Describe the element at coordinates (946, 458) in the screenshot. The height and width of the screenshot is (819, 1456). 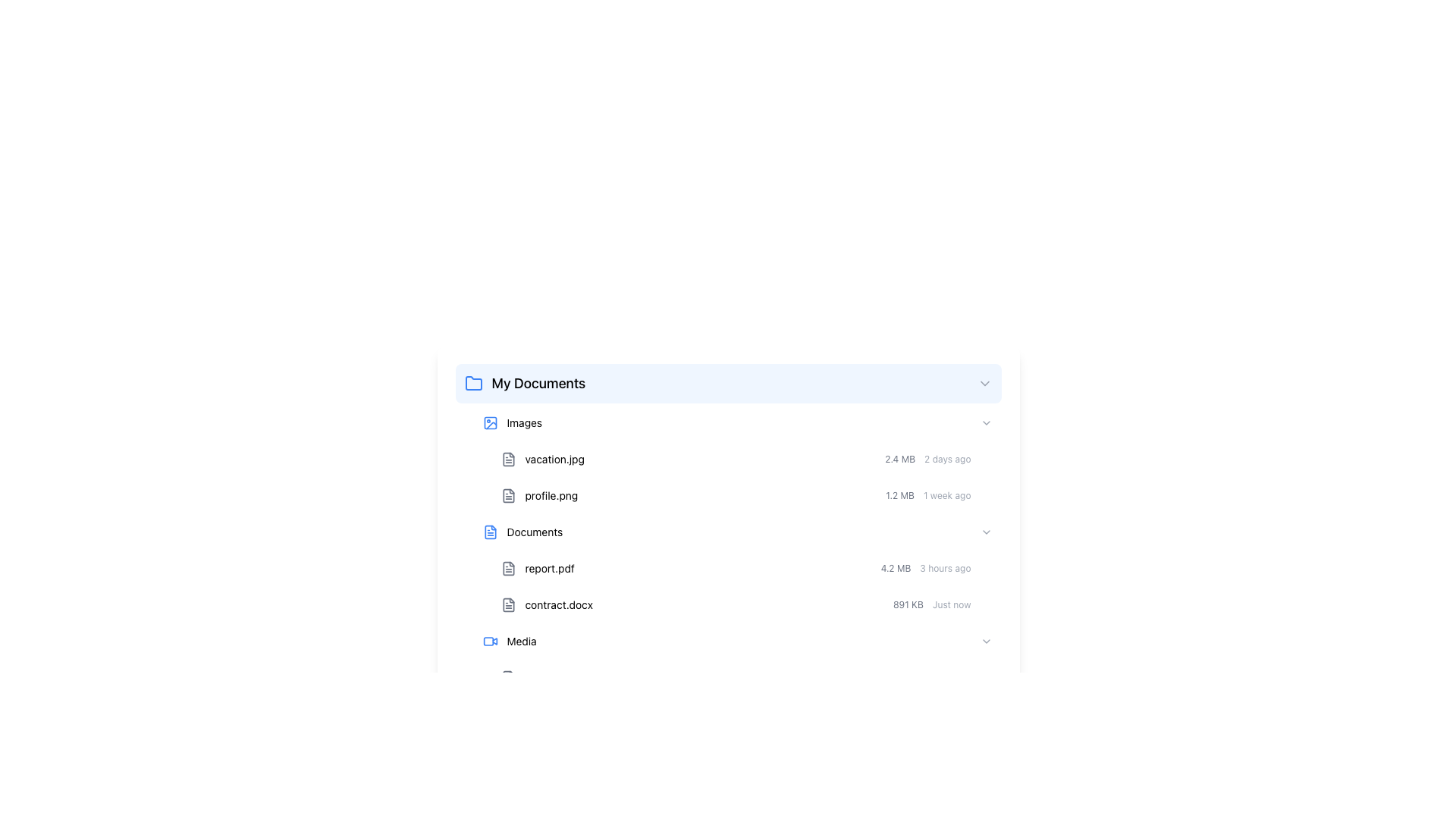
I see `the text label that displays the last modified or accessed time for the file 'vacation.jpg', located to the far-right of the file size information ('2.4 MB')` at that location.